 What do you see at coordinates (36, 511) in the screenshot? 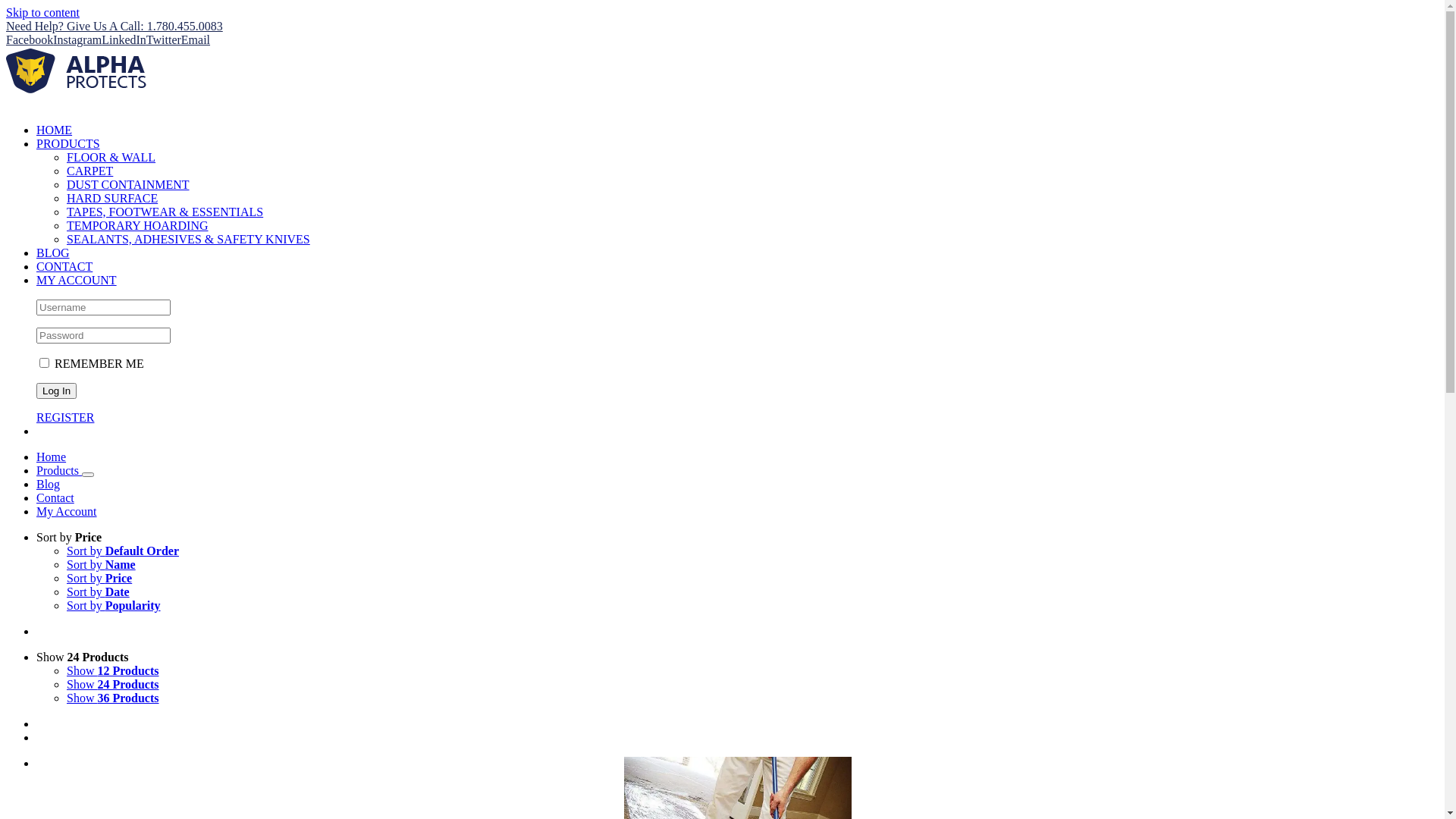
I see `'My Account'` at bounding box center [36, 511].